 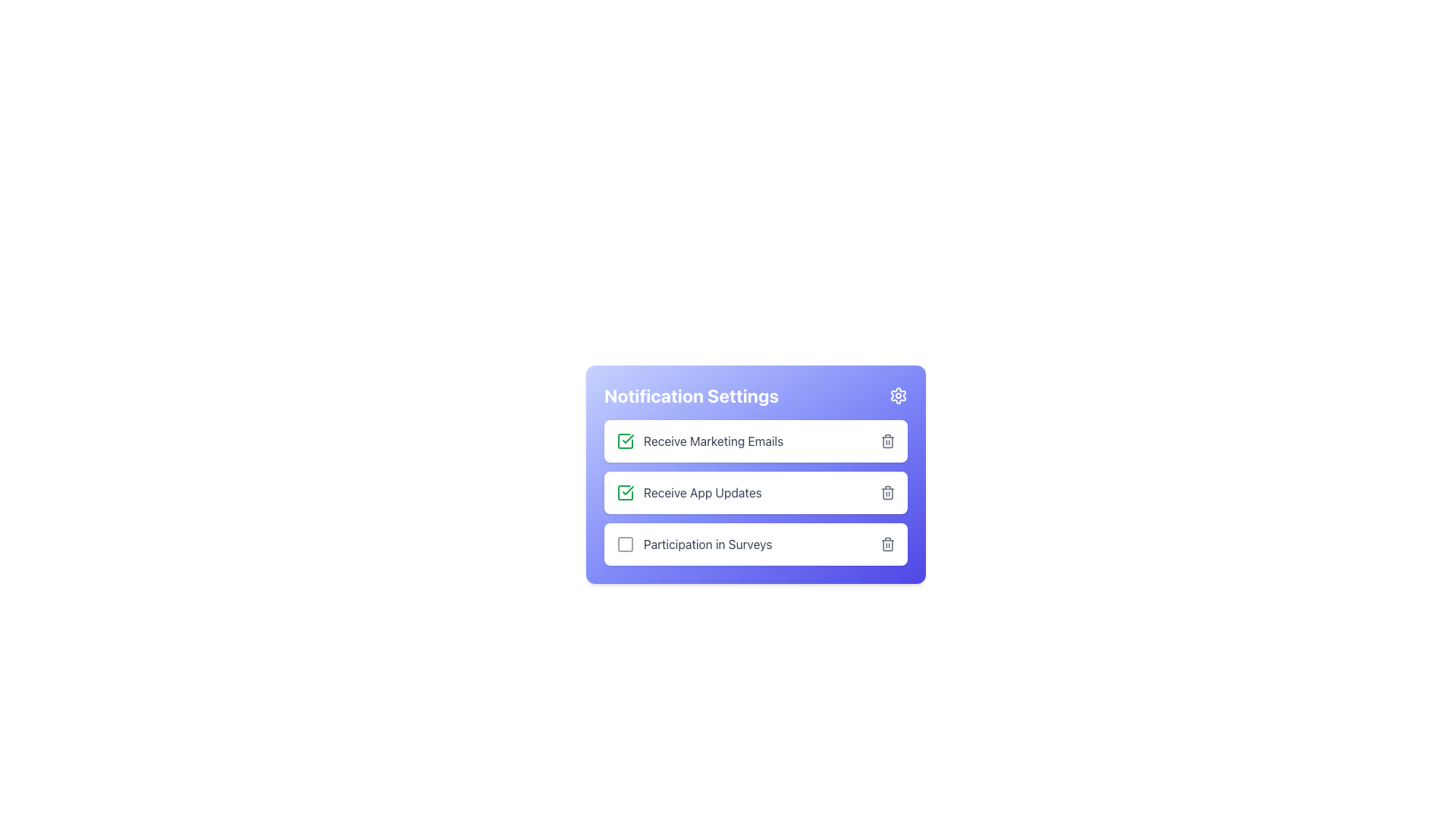 I want to click on the Checkbox element associated with 'Participation in Surveys', so click(x=626, y=543).